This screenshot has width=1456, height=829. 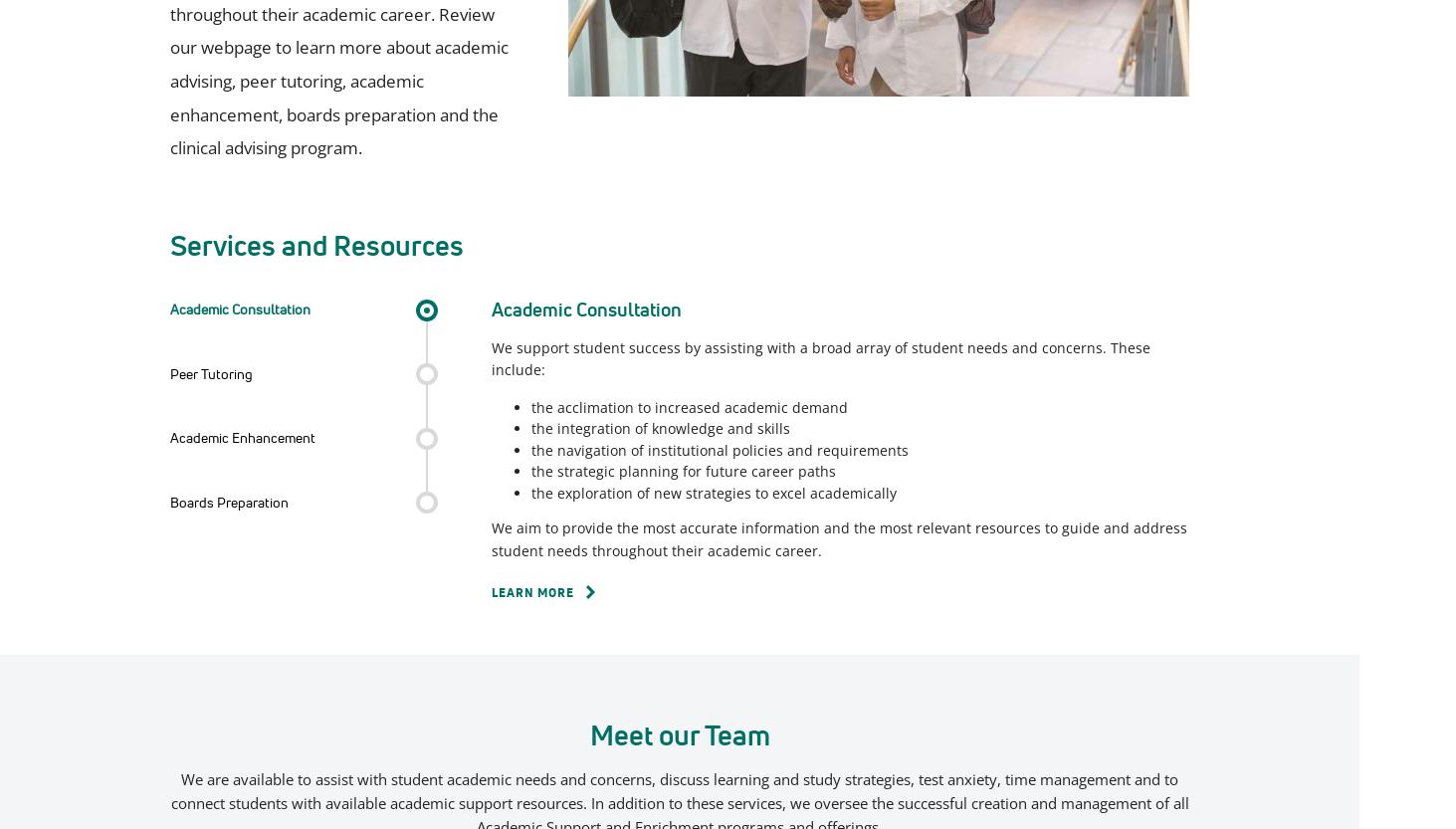 I want to click on 'Meet our Team', so click(x=678, y=734).